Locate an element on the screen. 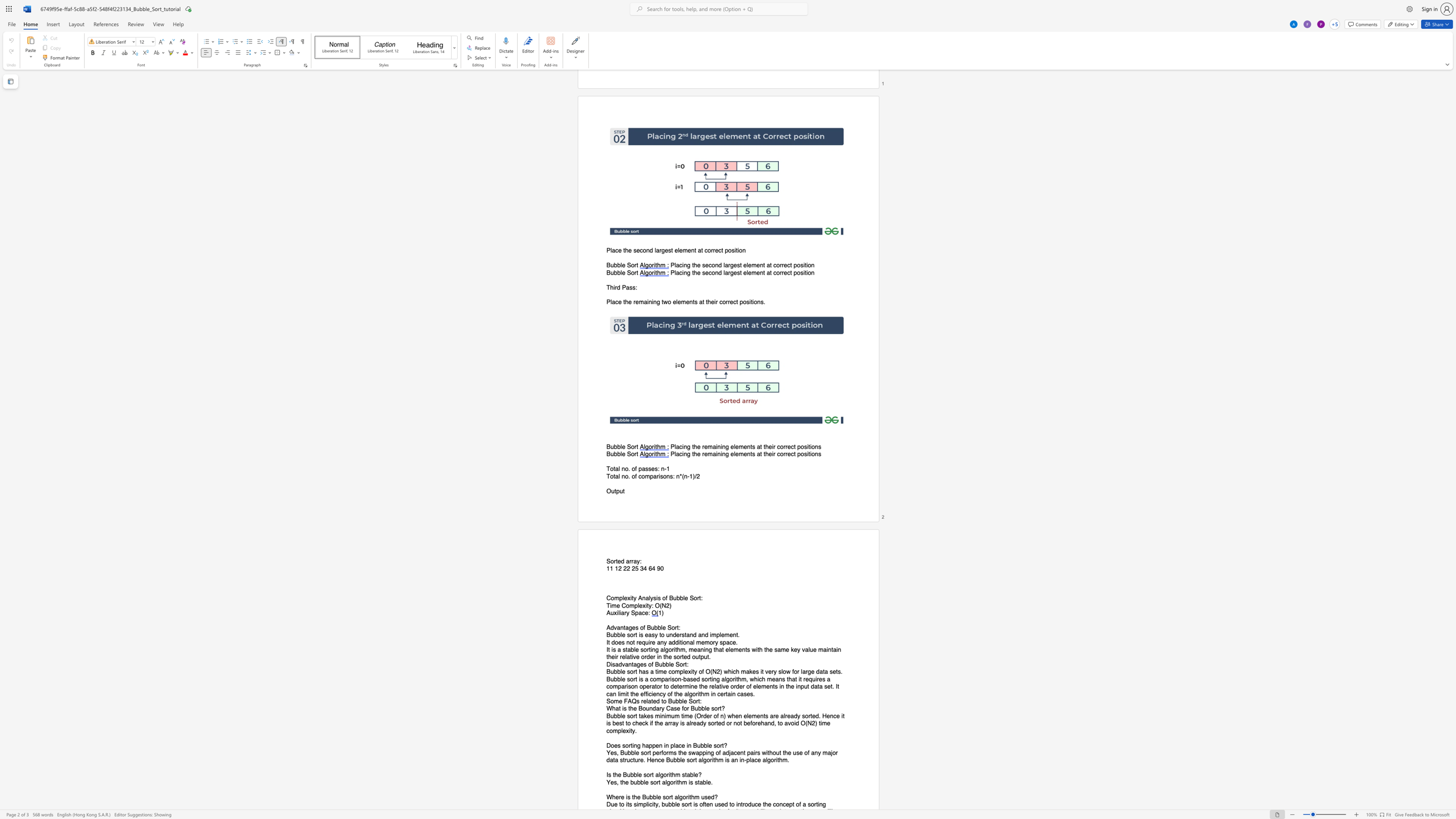  the 1th character "r" in the text is located at coordinates (660, 708).